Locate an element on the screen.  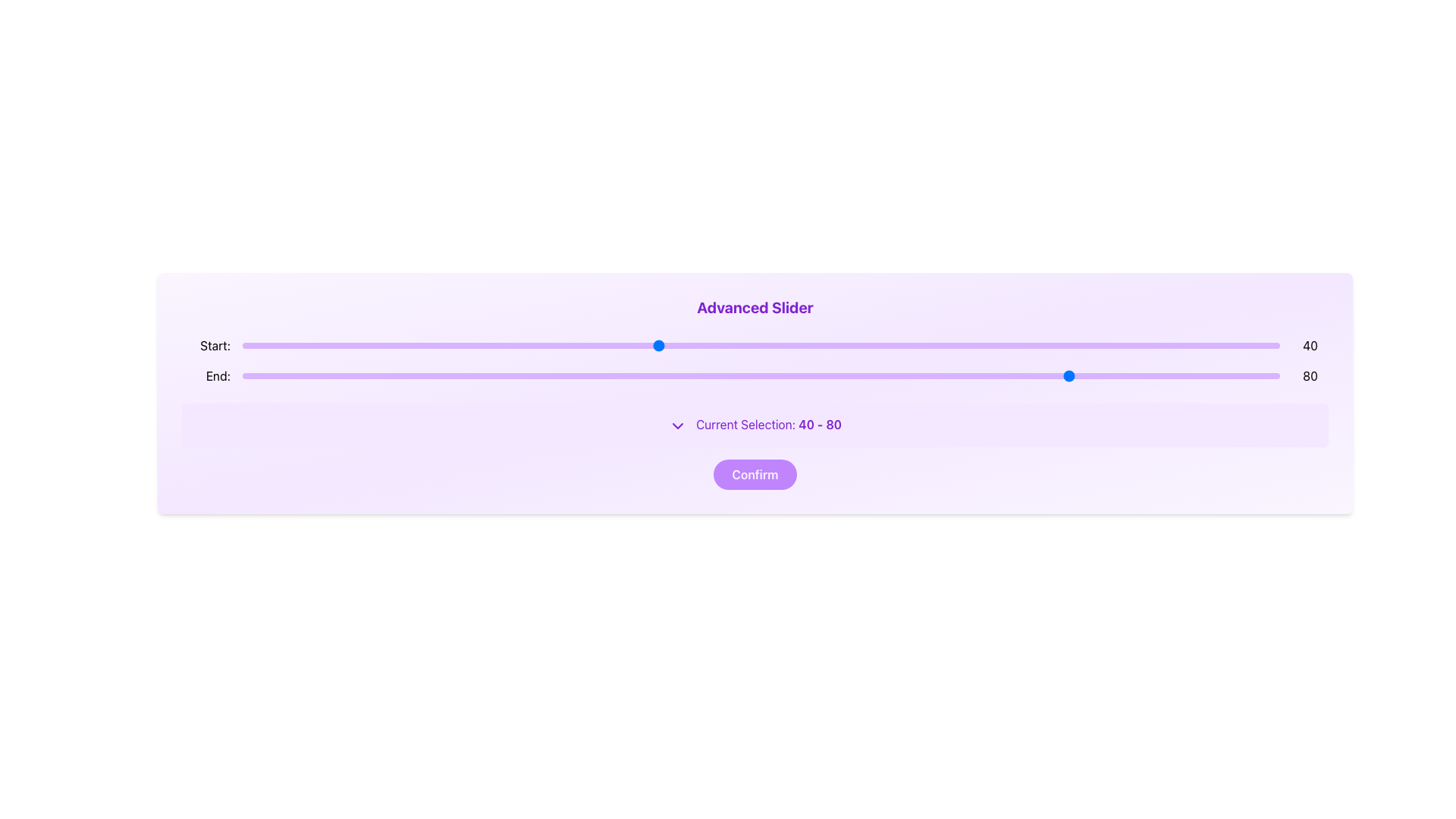
the advanced slider is located at coordinates (1248, 345).